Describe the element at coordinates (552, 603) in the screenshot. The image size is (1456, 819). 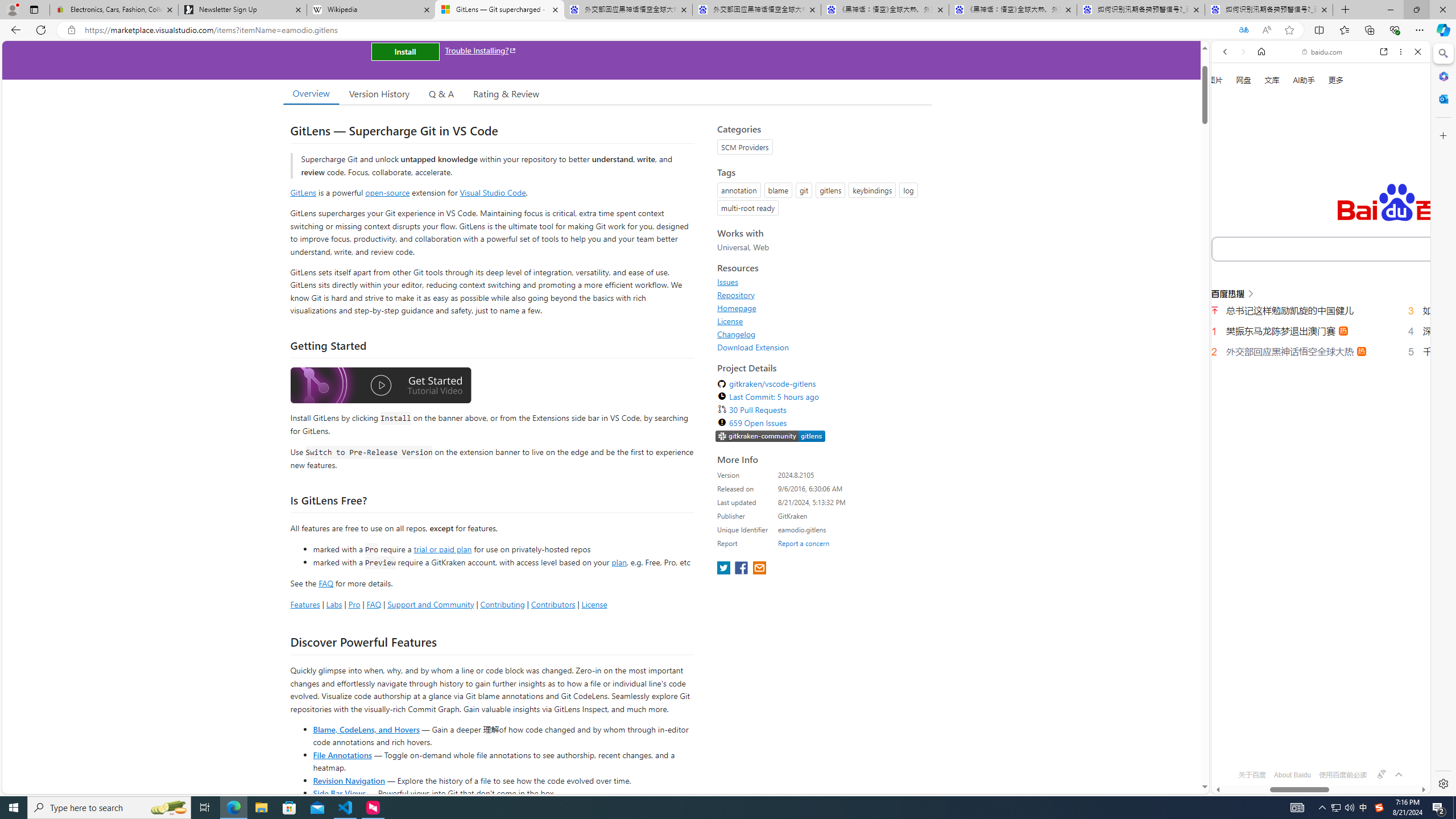
I see `'Contributors'` at that location.